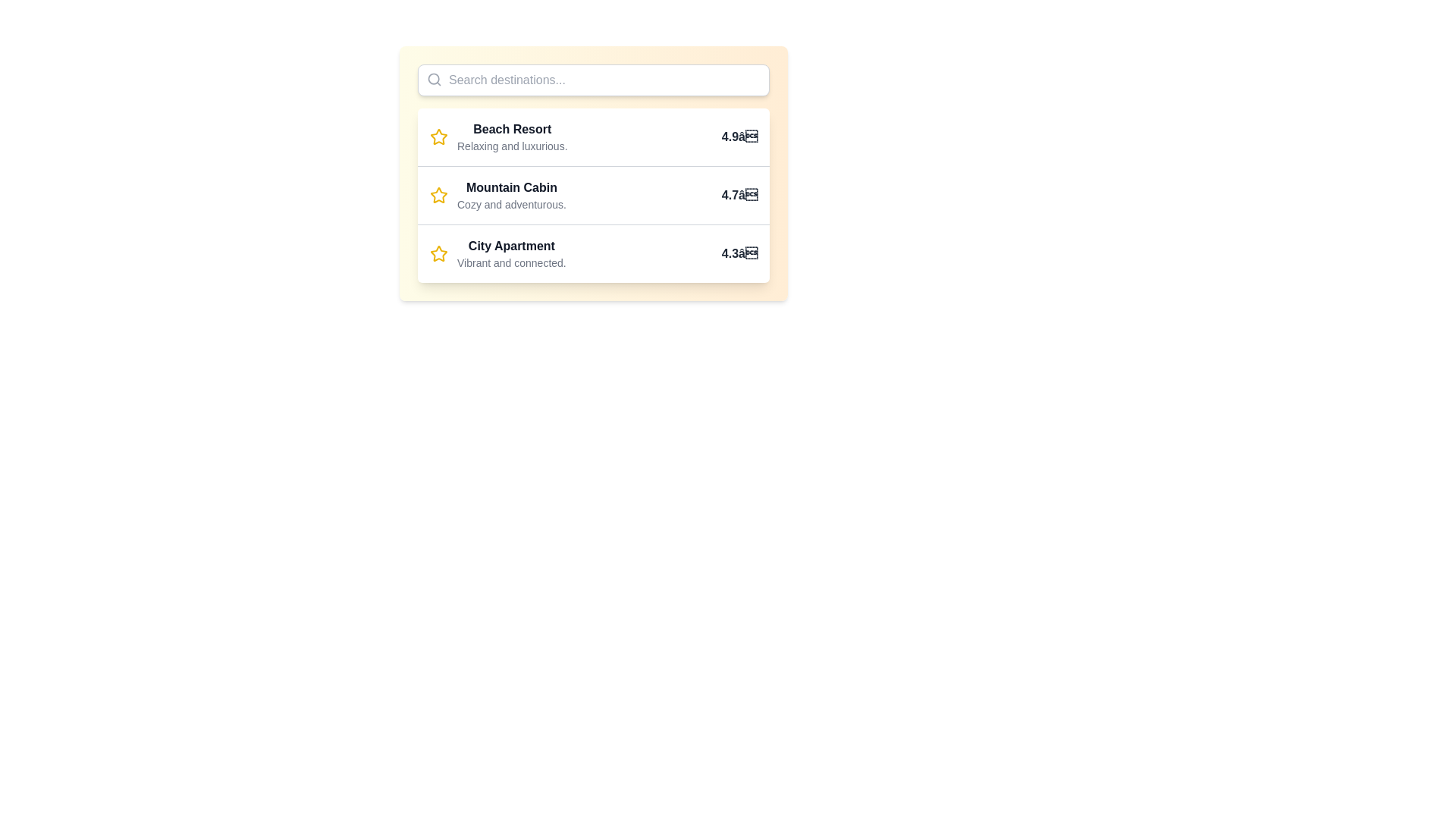 Image resolution: width=1456 pixels, height=819 pixels. What do you see at coordinates (512, 195) in the screenshot?
I see `text block titled 'Mountain Cabin' which contains the description 'Cozy and adventurous.'` at bounding box center [512, 195].